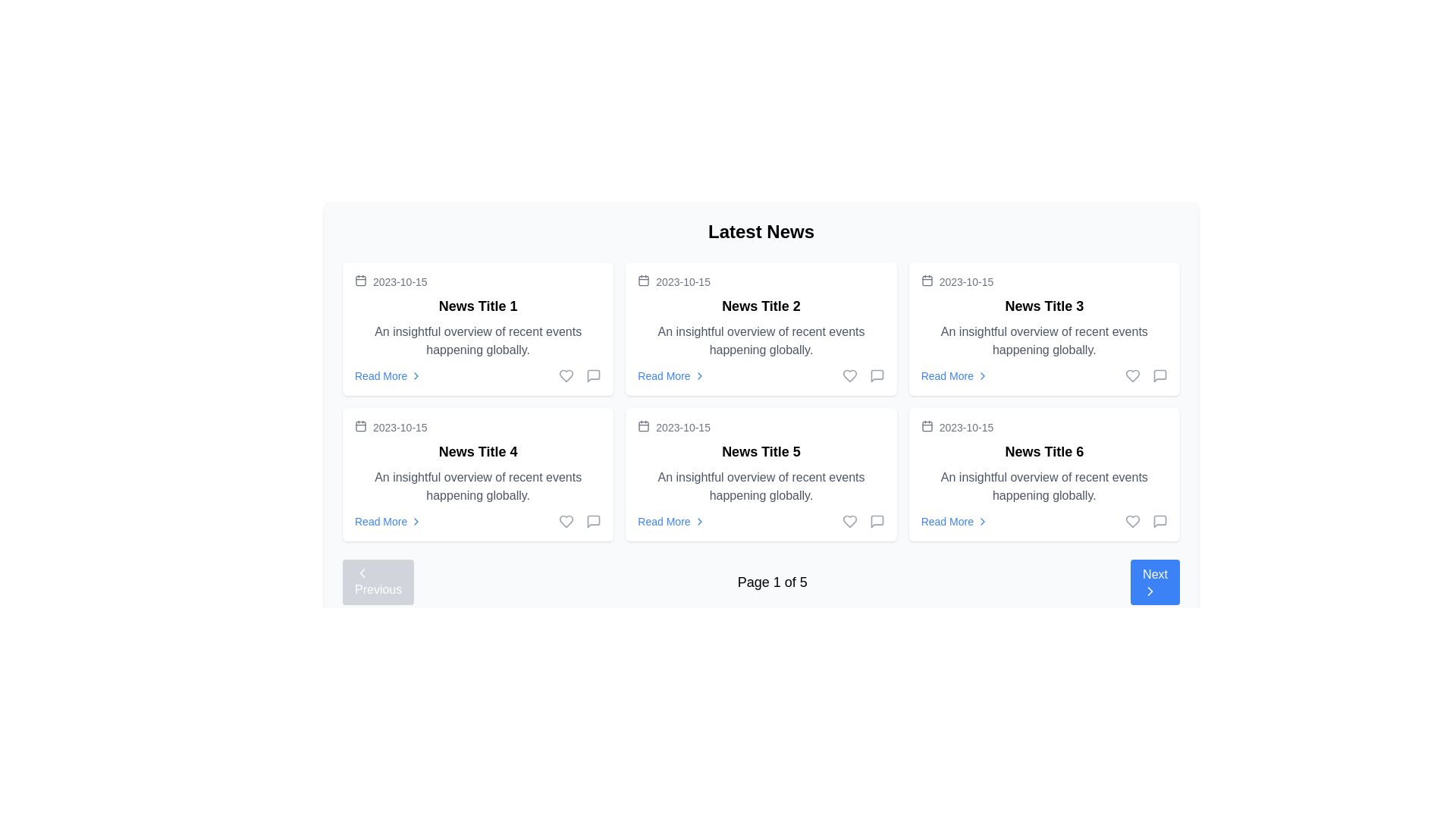  What do you see at coordinates (400, 427) in the screenshot?
I see `the static text label displaying the date associated with the news item, located in the second row, first column under the 'Latest News' section, to the left of 'News Title 4'` at bounding box center [400, 427].